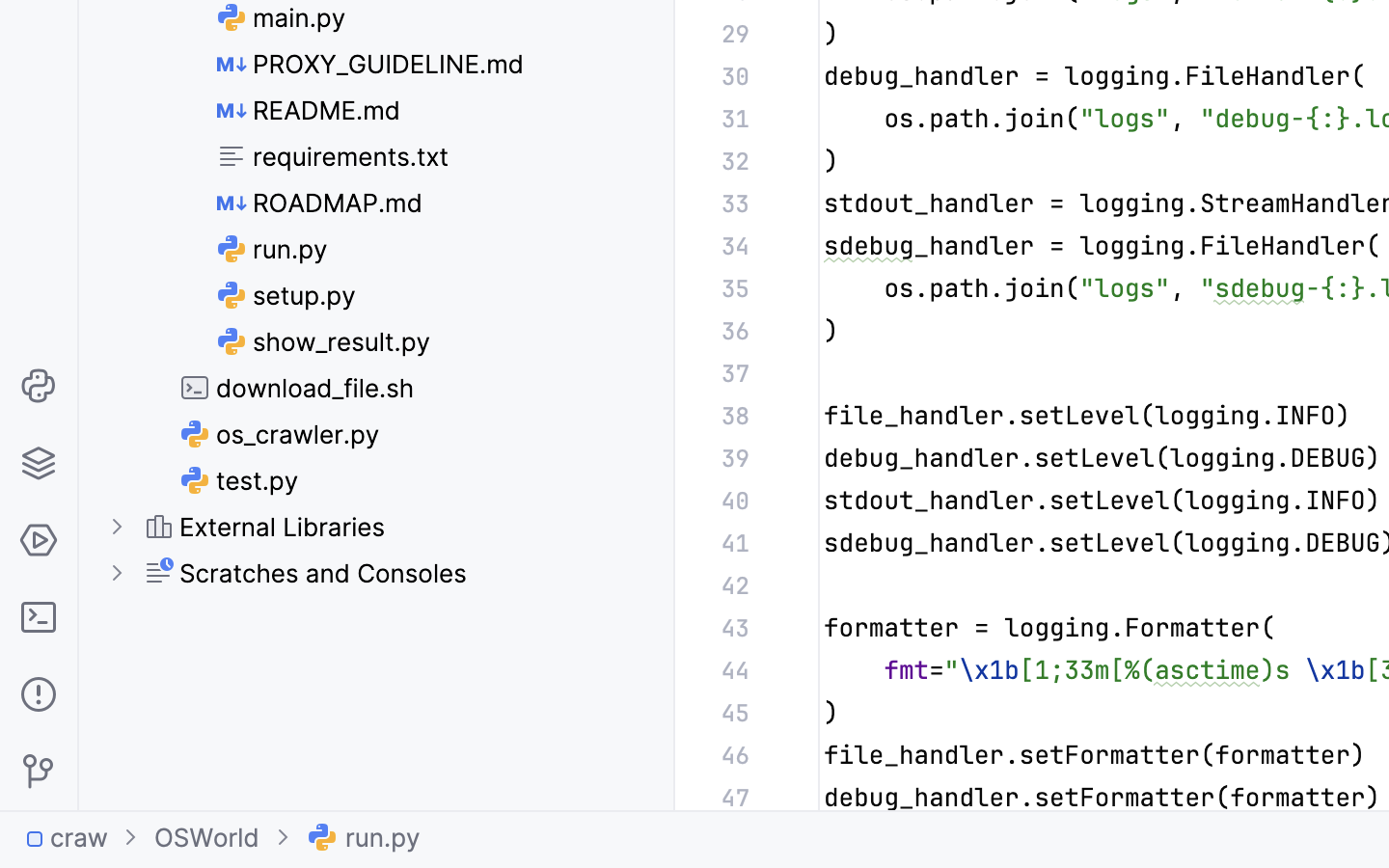  Describe the element at coordinates (320, 202) in the screenshot. I see `'ROADMAP.md'` at that location.